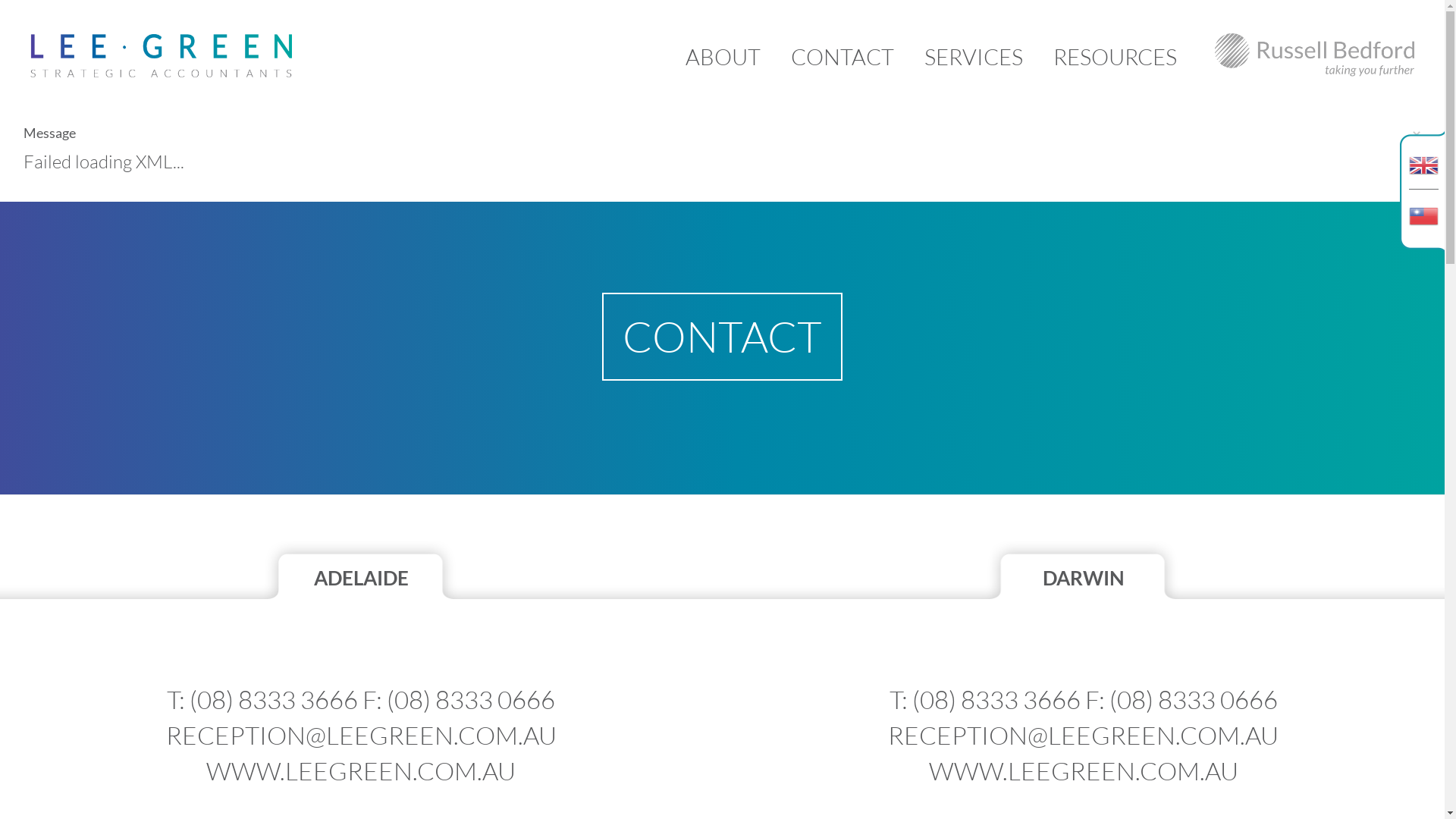 This screenshot has height=819, width=1456. I want to click on 'RESOURCES', so click(1115, 55).